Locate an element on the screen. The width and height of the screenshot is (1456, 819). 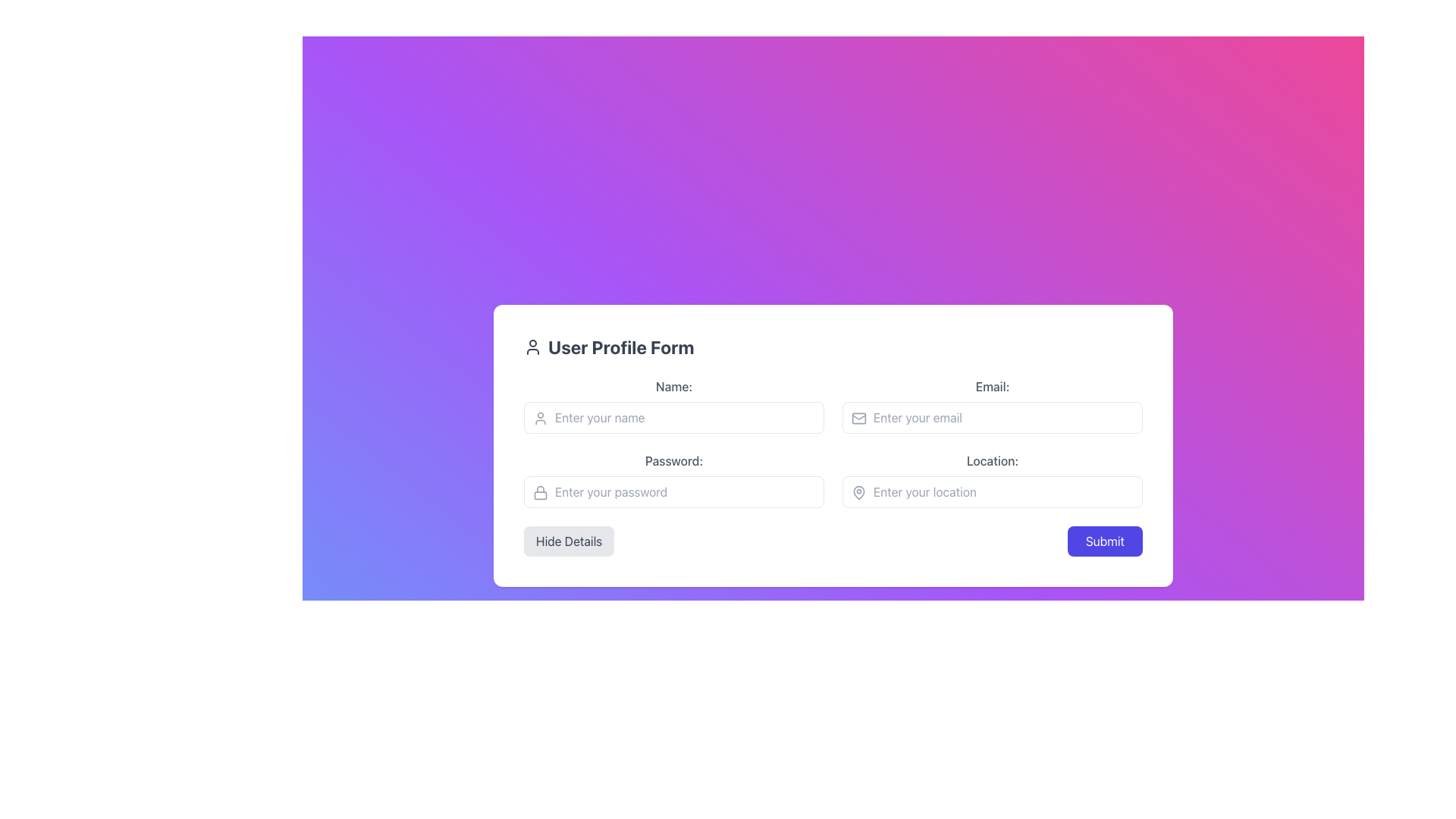
the upper part of the envelope icon, which is part of the email input field in the 'User Profile Form' card is located at coordinates (858, 418).